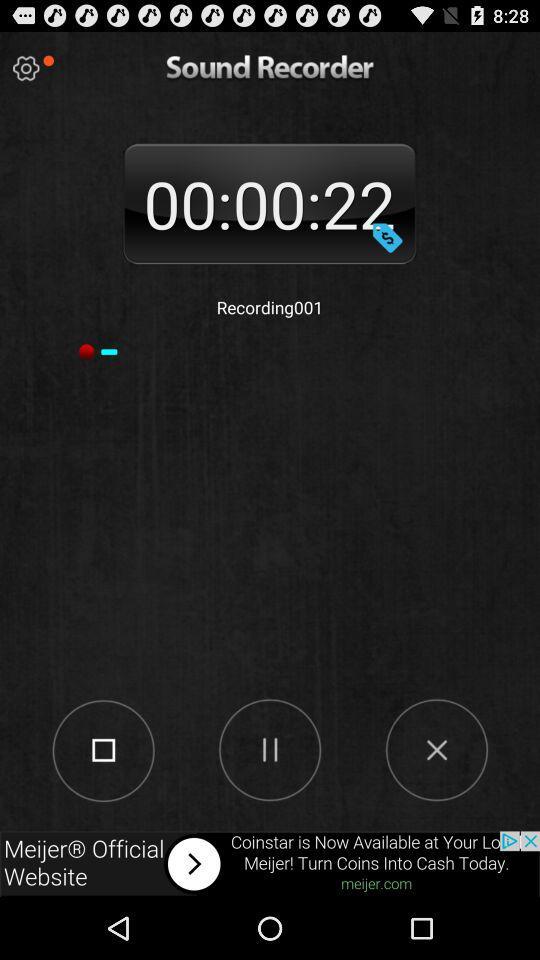 The height and width of the screenshot is (960, 540). What do you see at coordinates (387, 237) in the screenshot?
I see `see the price` at bounding box center [387, 237].